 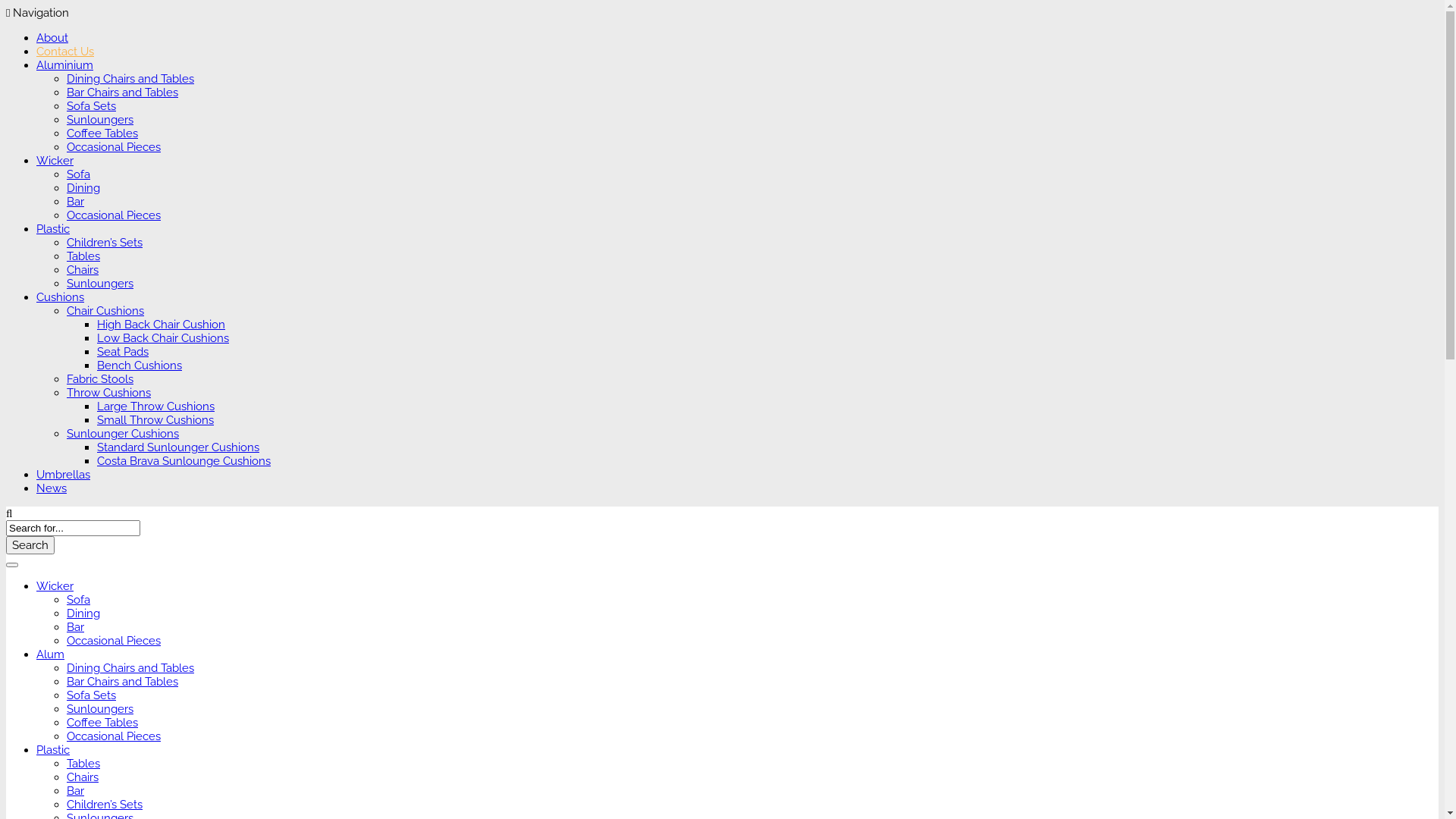 I want to click on 'Aluminium', so click(x=64, y=64).